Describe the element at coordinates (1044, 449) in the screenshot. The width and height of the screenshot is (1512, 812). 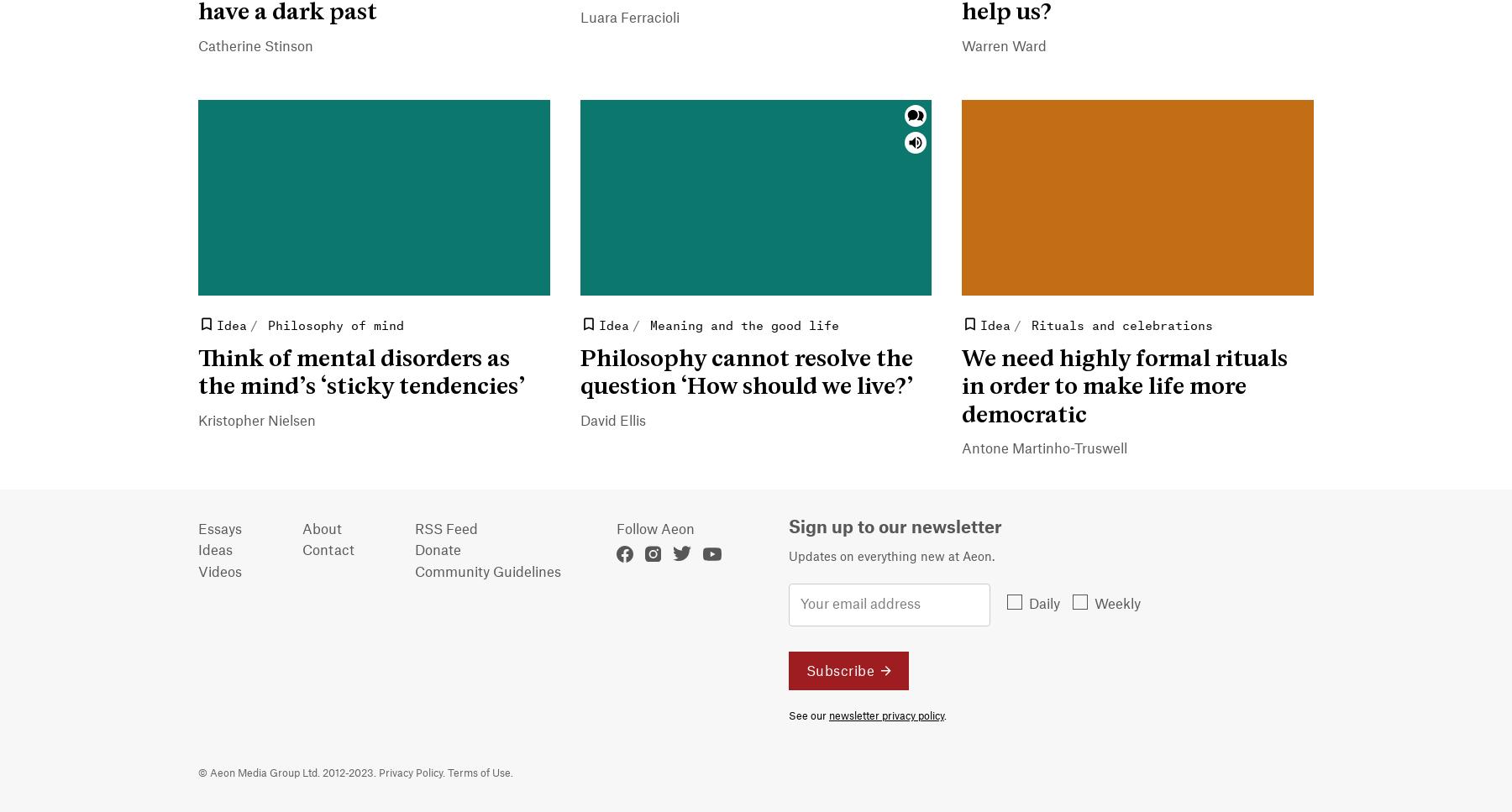
I see `'Antone Martinho-Truswell'` at that location.